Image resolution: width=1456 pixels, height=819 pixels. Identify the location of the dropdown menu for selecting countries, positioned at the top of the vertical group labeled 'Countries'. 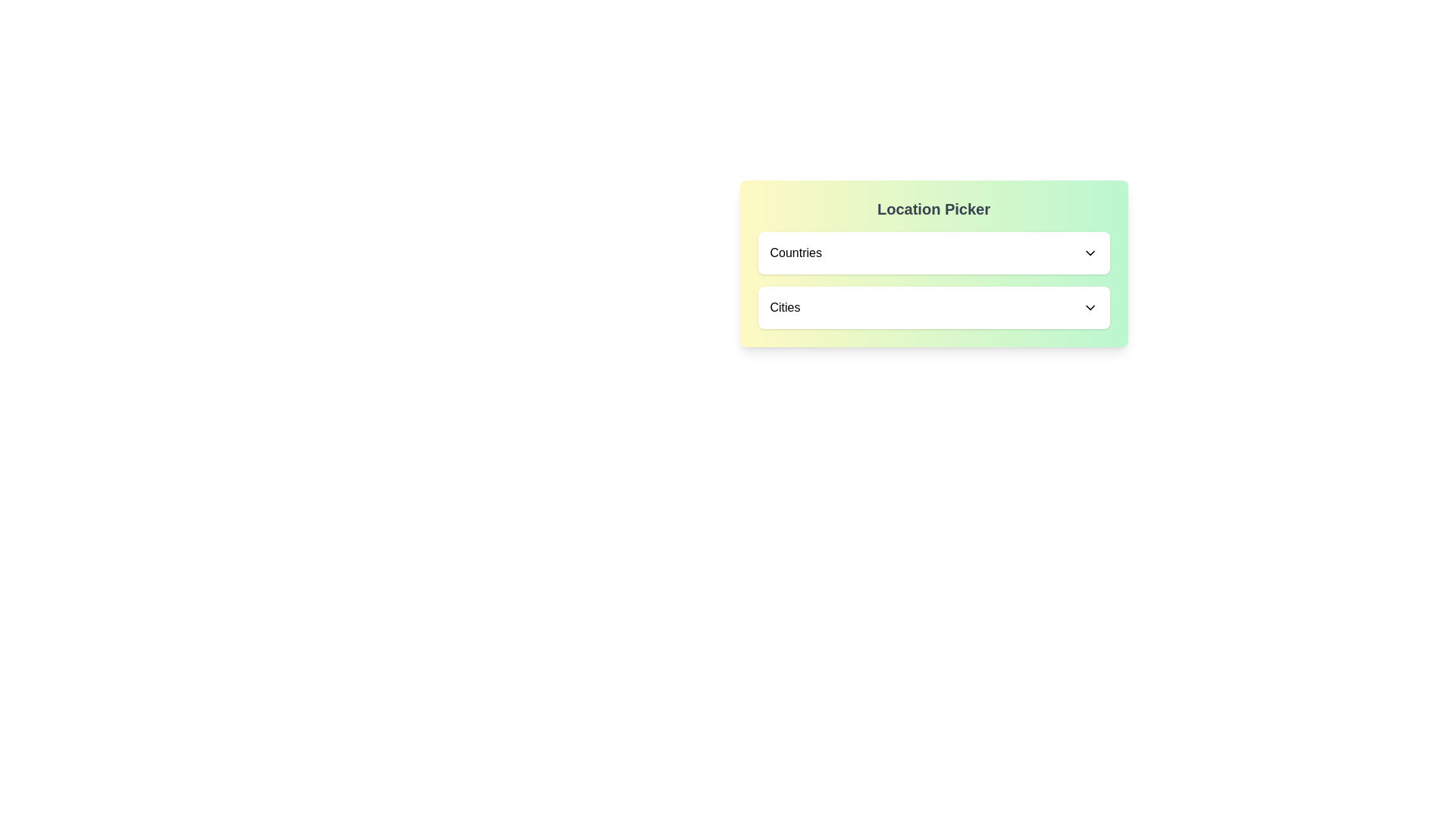
(933, 253).